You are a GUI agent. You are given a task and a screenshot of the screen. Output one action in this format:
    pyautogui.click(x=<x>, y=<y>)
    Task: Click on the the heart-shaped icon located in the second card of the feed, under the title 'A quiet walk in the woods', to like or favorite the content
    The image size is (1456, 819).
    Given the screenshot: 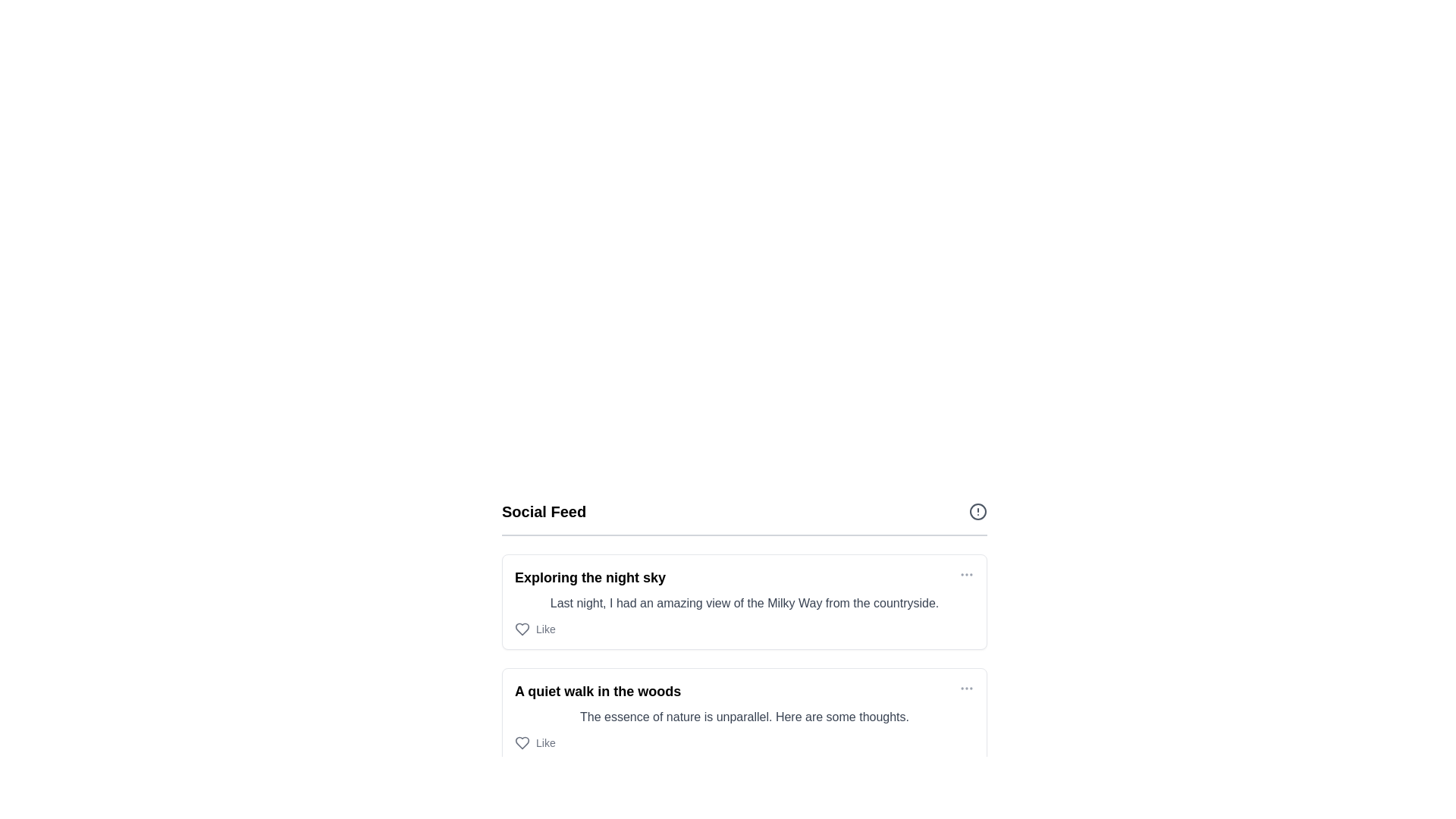 What is the action you would take?
    pyautogui.click(x=522, y=742)
    